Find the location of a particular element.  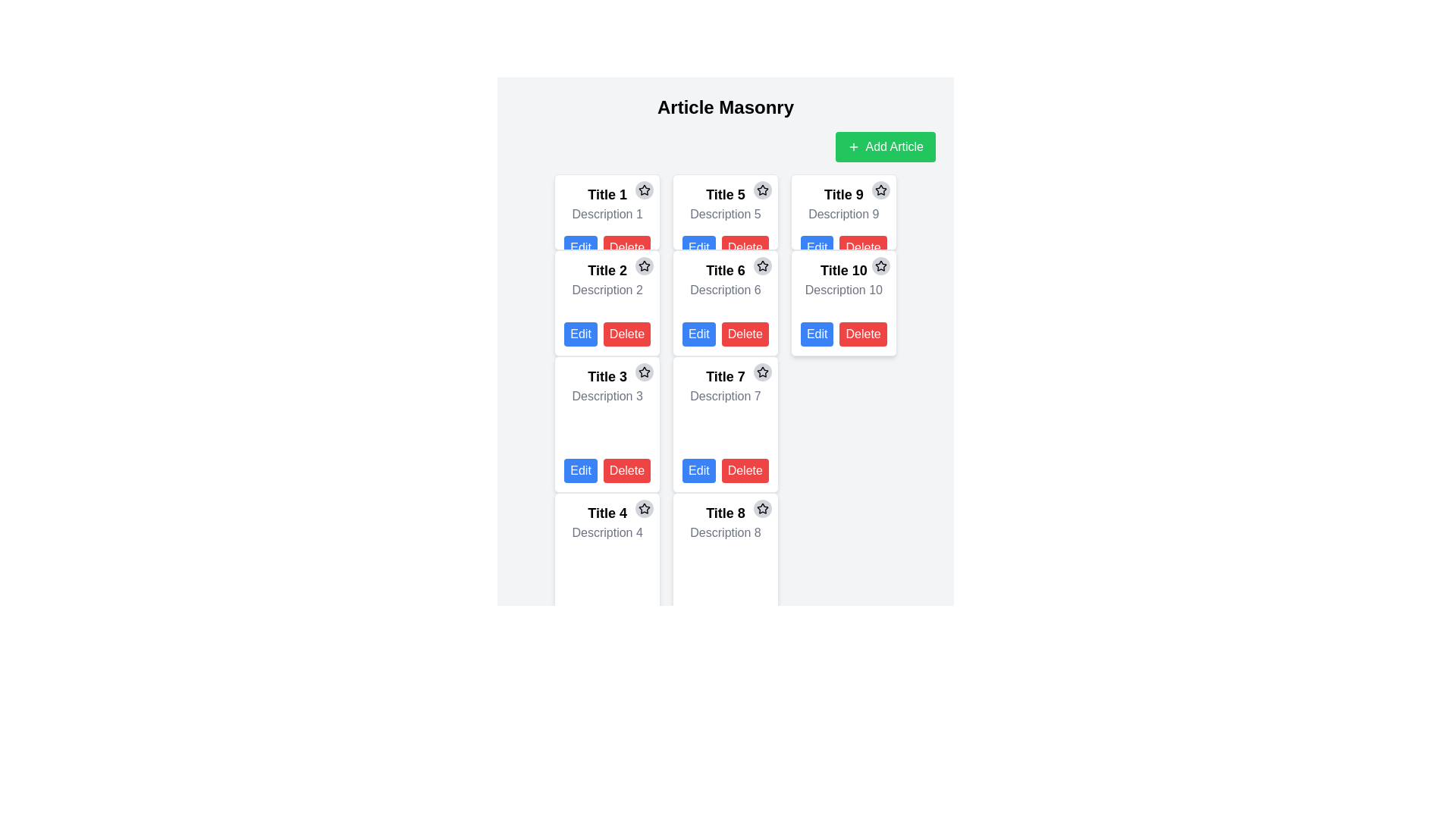

the star-shaped icon with a gray background and black outline located in the upper right corner of the 'Title 9' card is located at coordinates (880, 189).